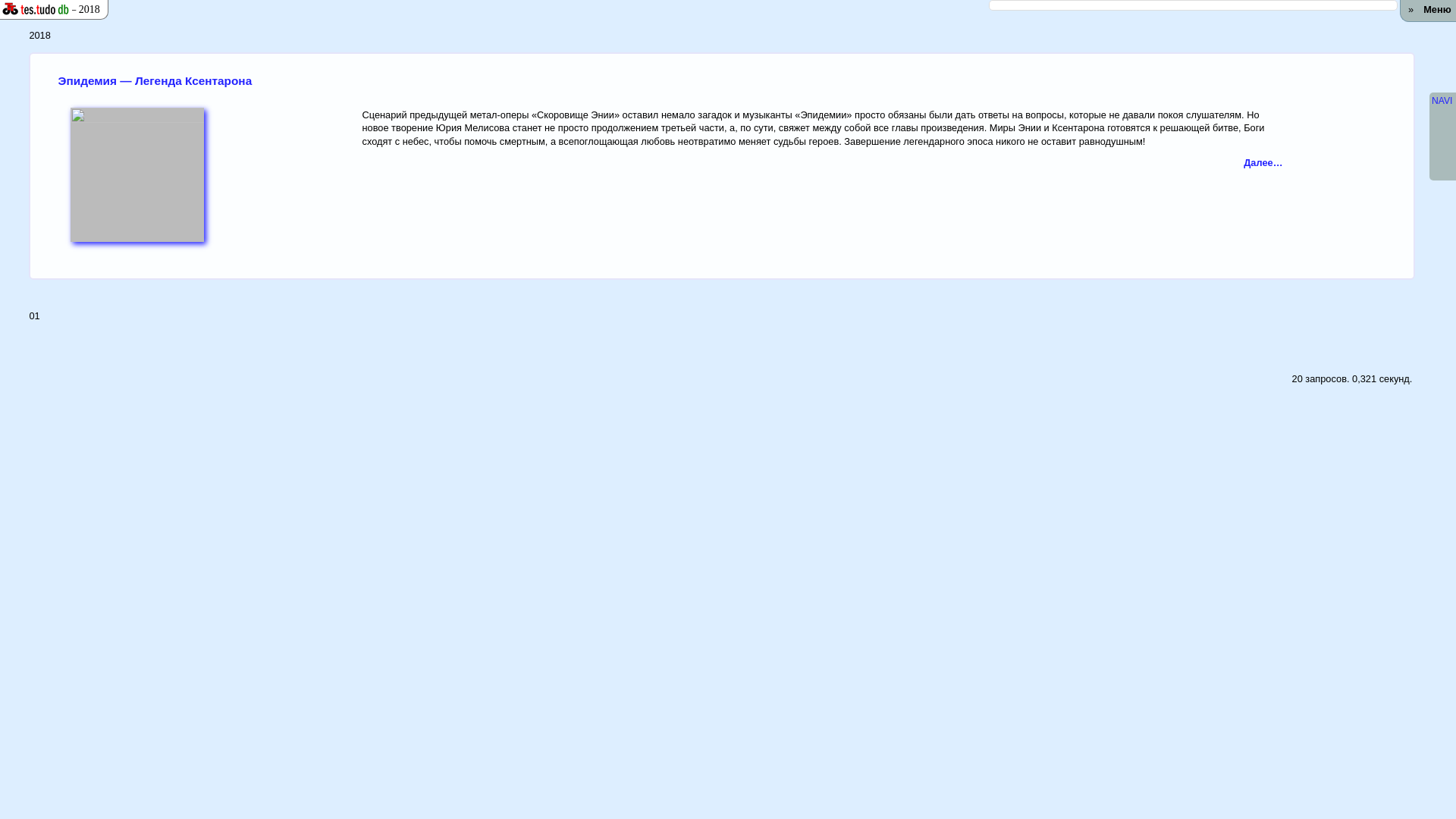 This screenshot has width=1456, height=819. I want to click on 'Tes.tudo db', so click(30, 9).